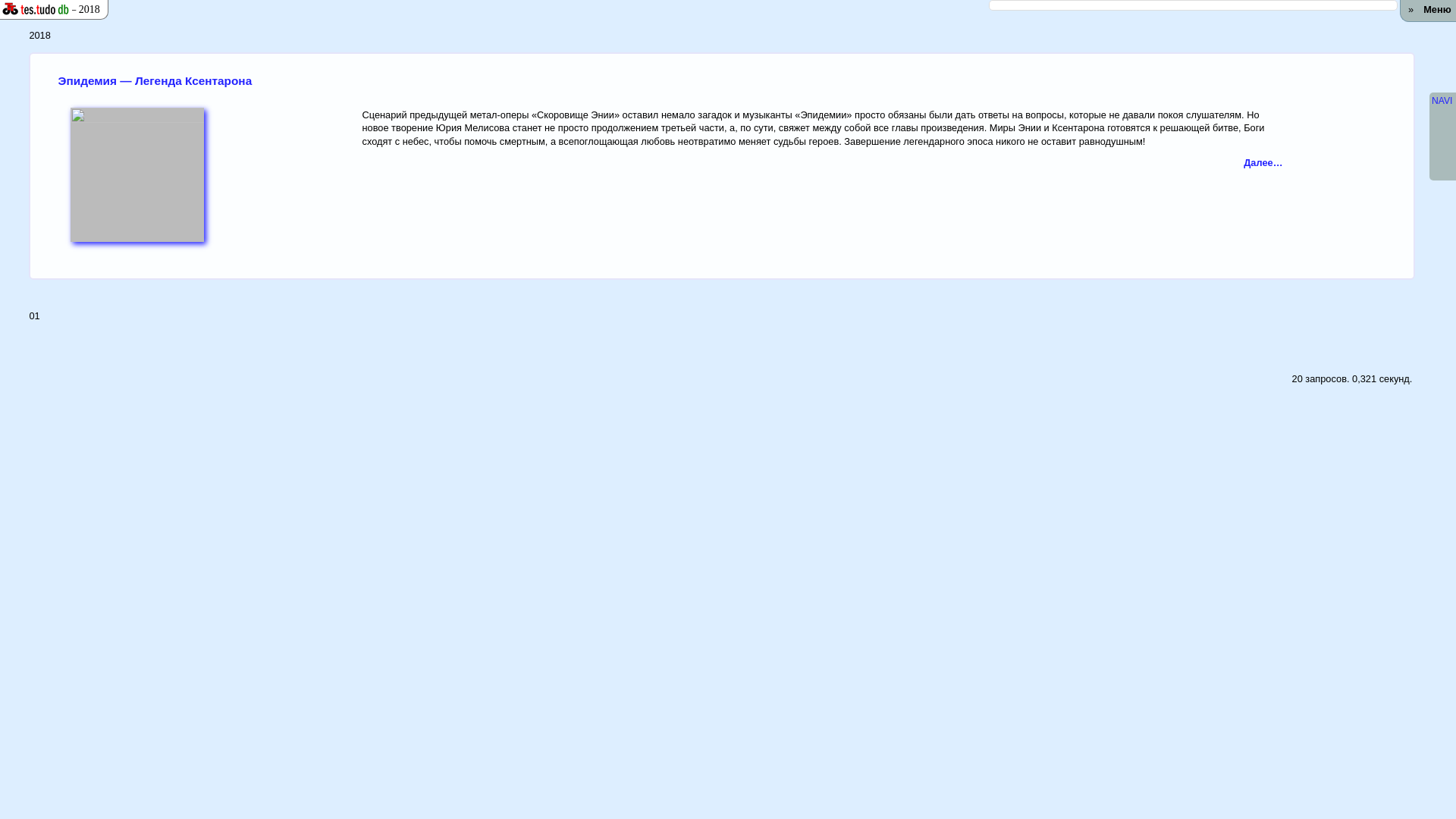 This screenshot has width=1456, height=819. I want to click on 'Tes.tudo db', so click(30, 9).